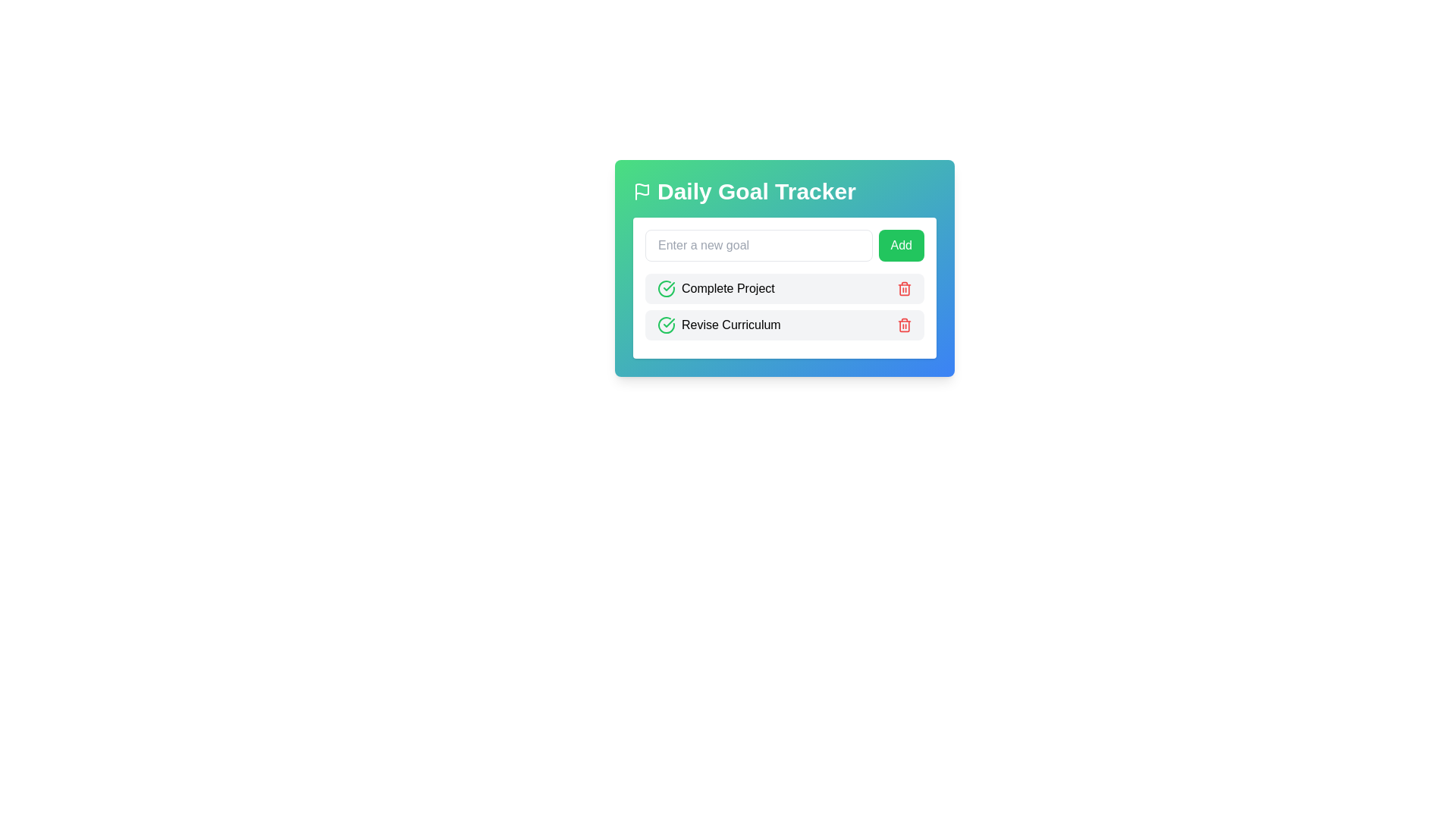 The height and width of the screenshot is (819, 1456). Describe the element at coordinates (715, 289) in the screenshot. I see `the check icon of the completed task labeled 'Complete Project' in the 'Daily Goal Tracker' to modify its completion status` at that location.